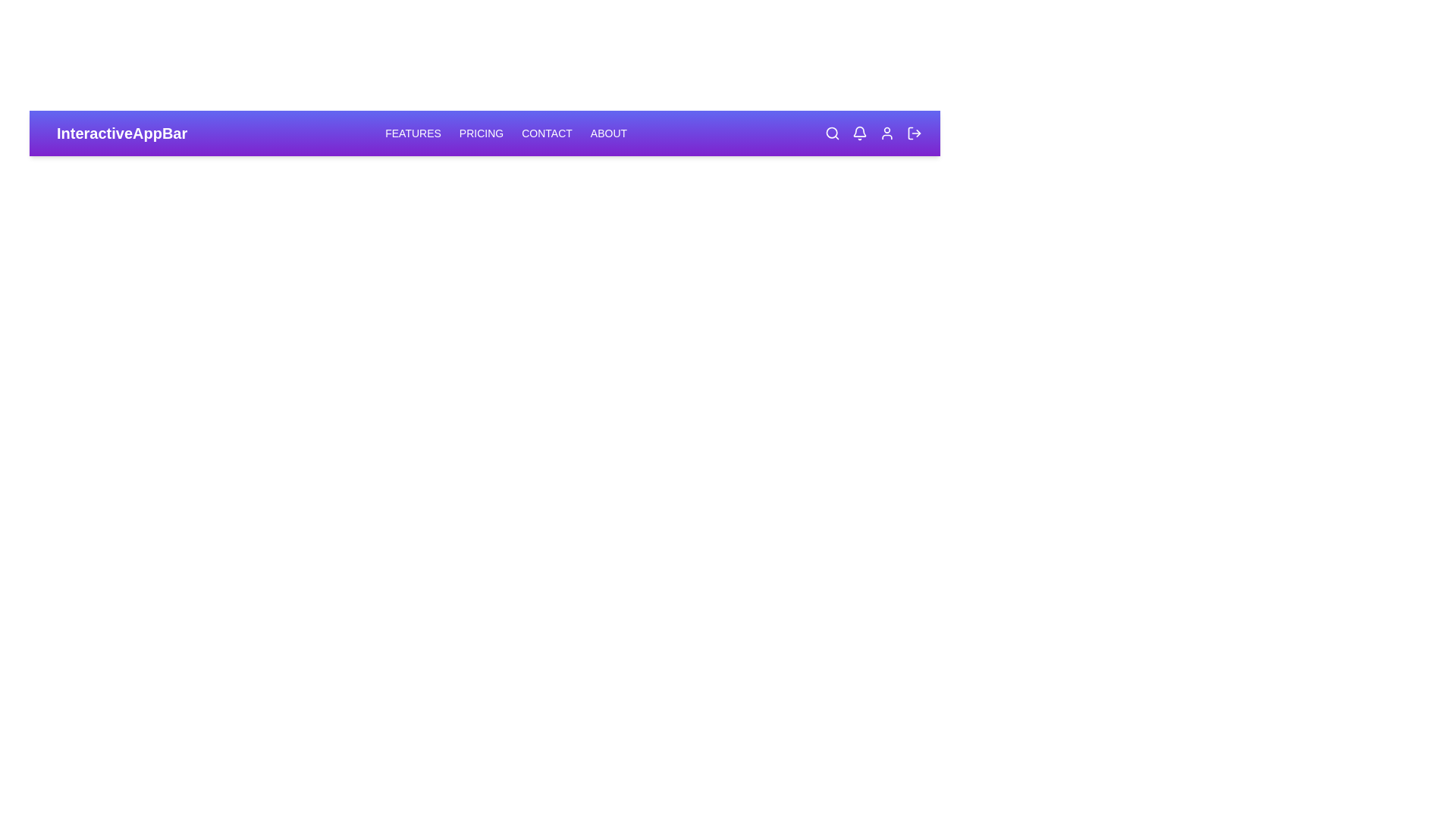 The height and width of the screenshot is (819, 1456). I want to click on the 'Features' navigation link to navigate to the 'Features' section, so click(413, 133).